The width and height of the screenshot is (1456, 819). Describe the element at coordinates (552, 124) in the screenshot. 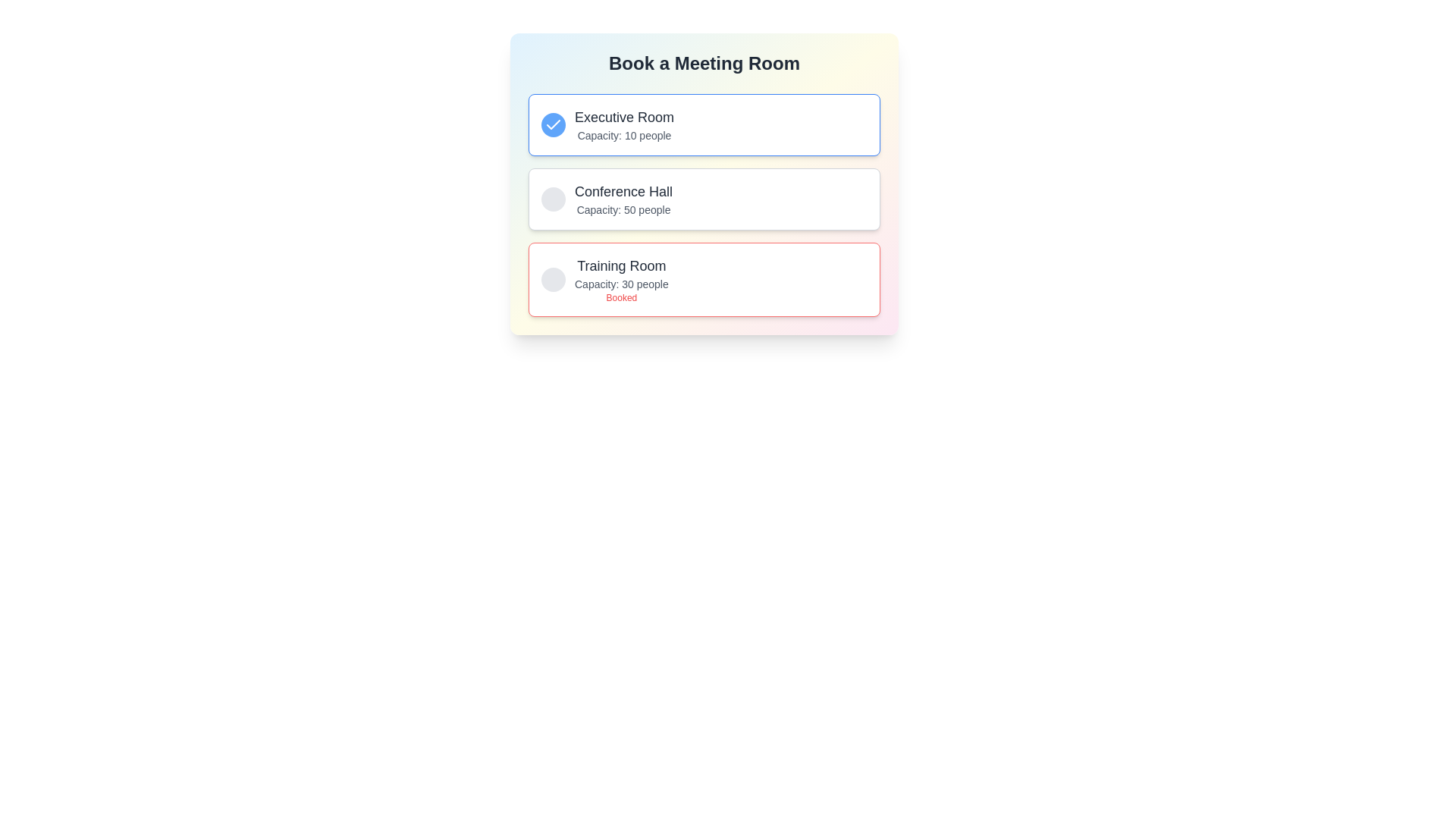

I see `the circular blue button that indicates selection for the 'Executive Room' option, located in the first row of the vertical list` at that location.